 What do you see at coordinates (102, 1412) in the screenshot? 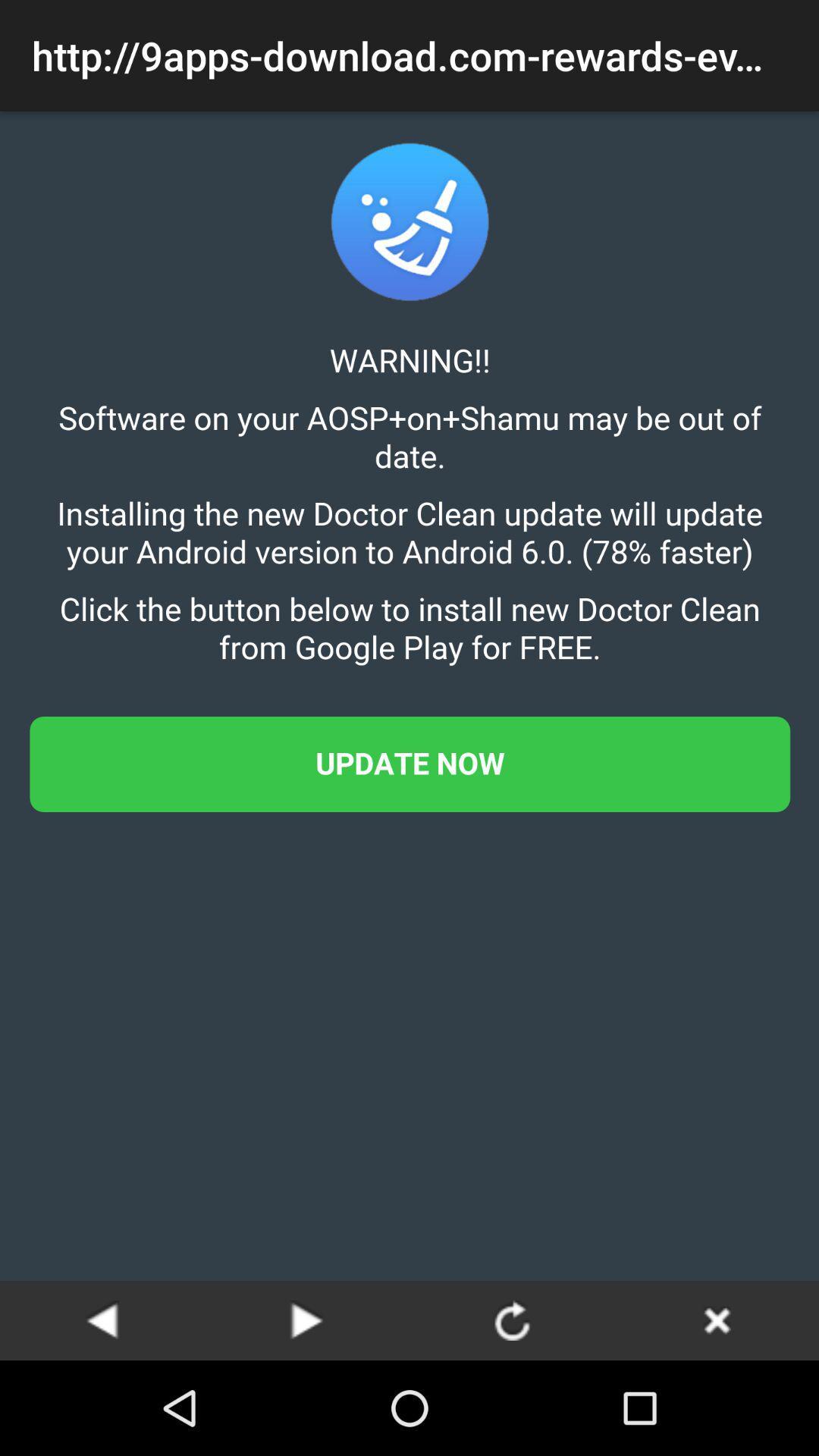
I see `the arrow_backward icon` at bounding box center [102, 1412].